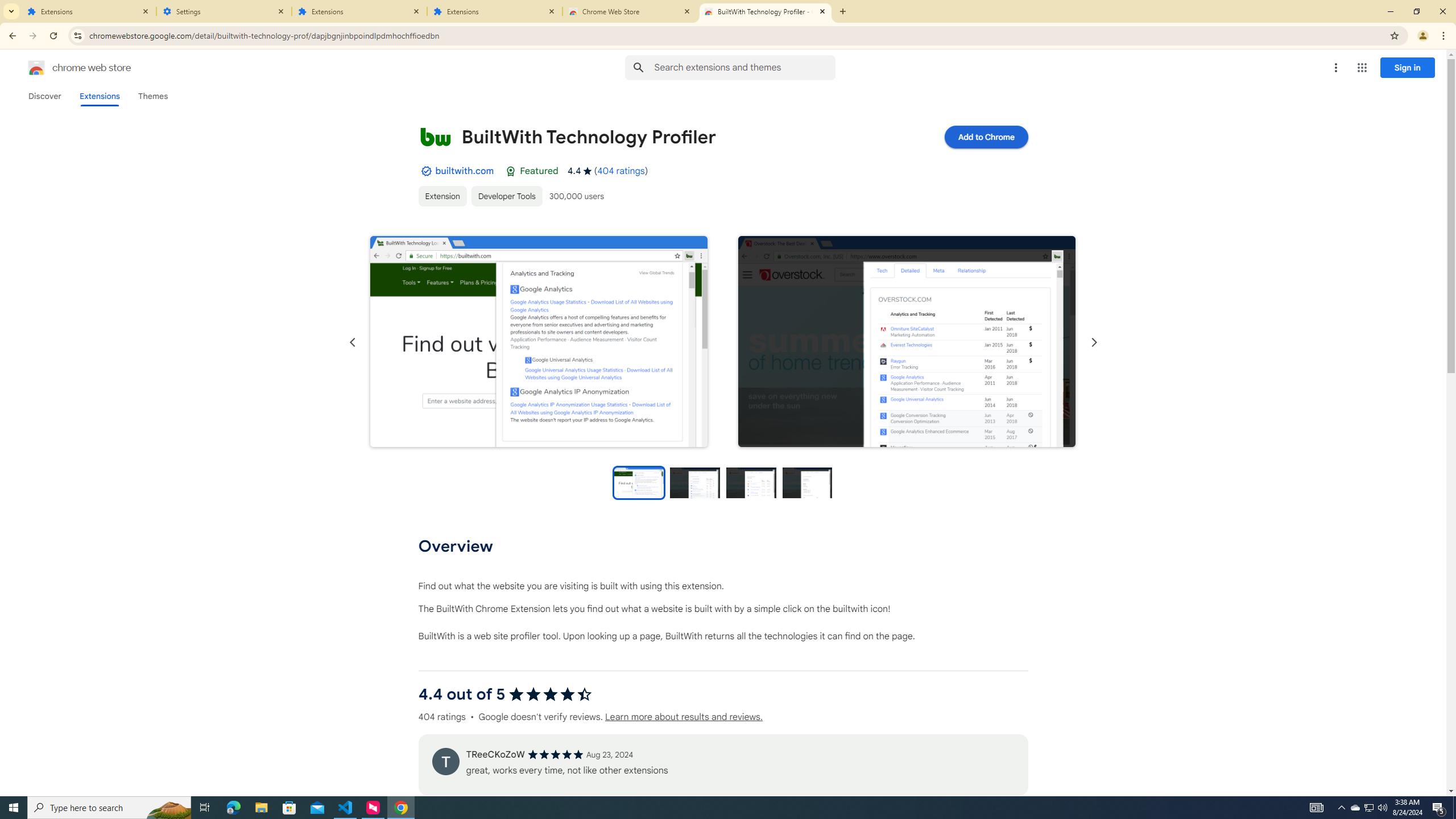 This screenshot has height=819, width=1456. What do you see at coordinates (510, 170) in the screenshot?
I see `'Featured Badge'` at bounding box center [510, 170].